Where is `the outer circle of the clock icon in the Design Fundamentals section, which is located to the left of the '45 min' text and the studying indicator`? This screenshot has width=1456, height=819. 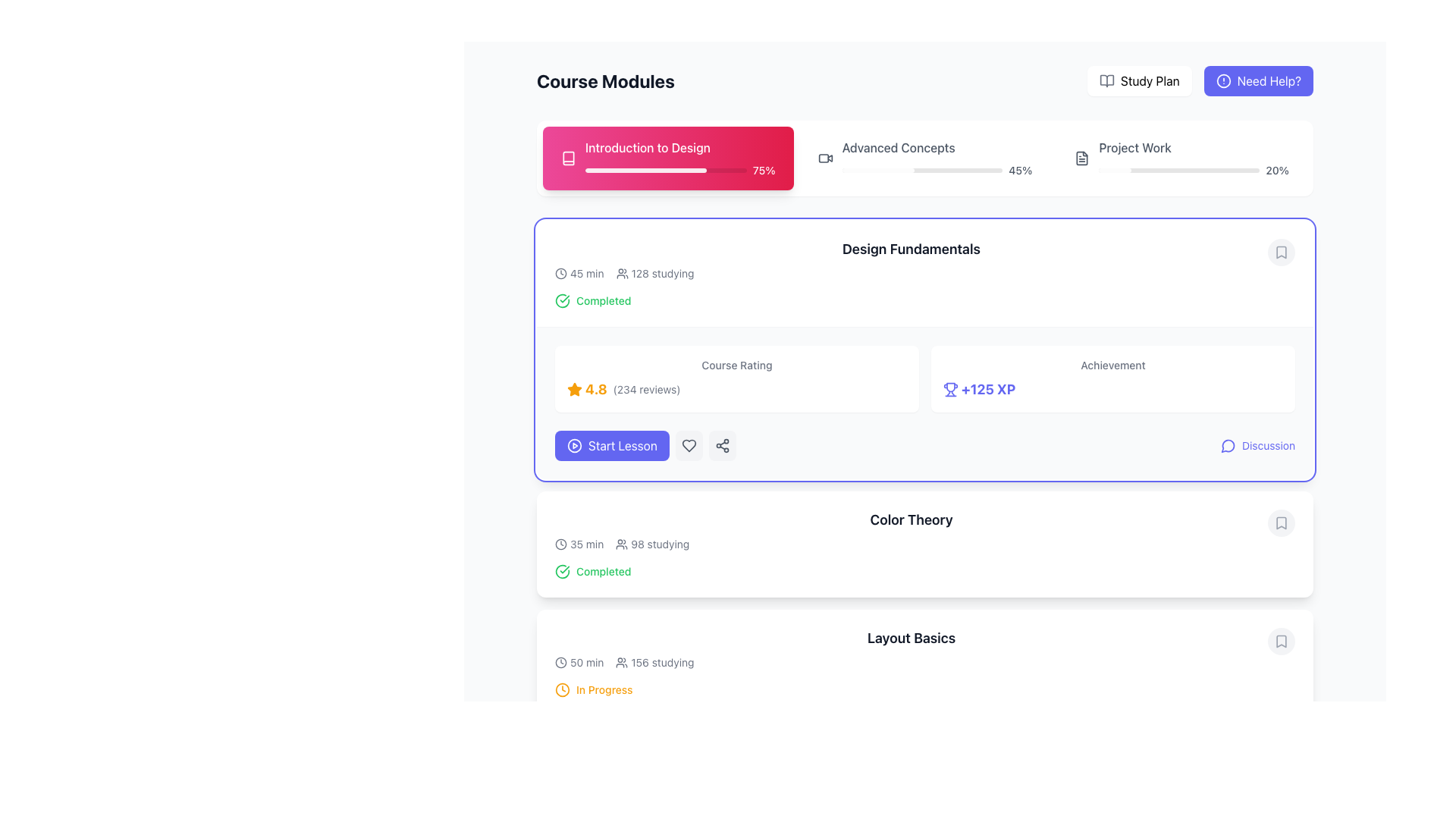 the outer circle of the clock icon in the Design Fundamentals section, which is located to the left of the '45 min' text and the studying indicator is located at coordinates (560, 274).